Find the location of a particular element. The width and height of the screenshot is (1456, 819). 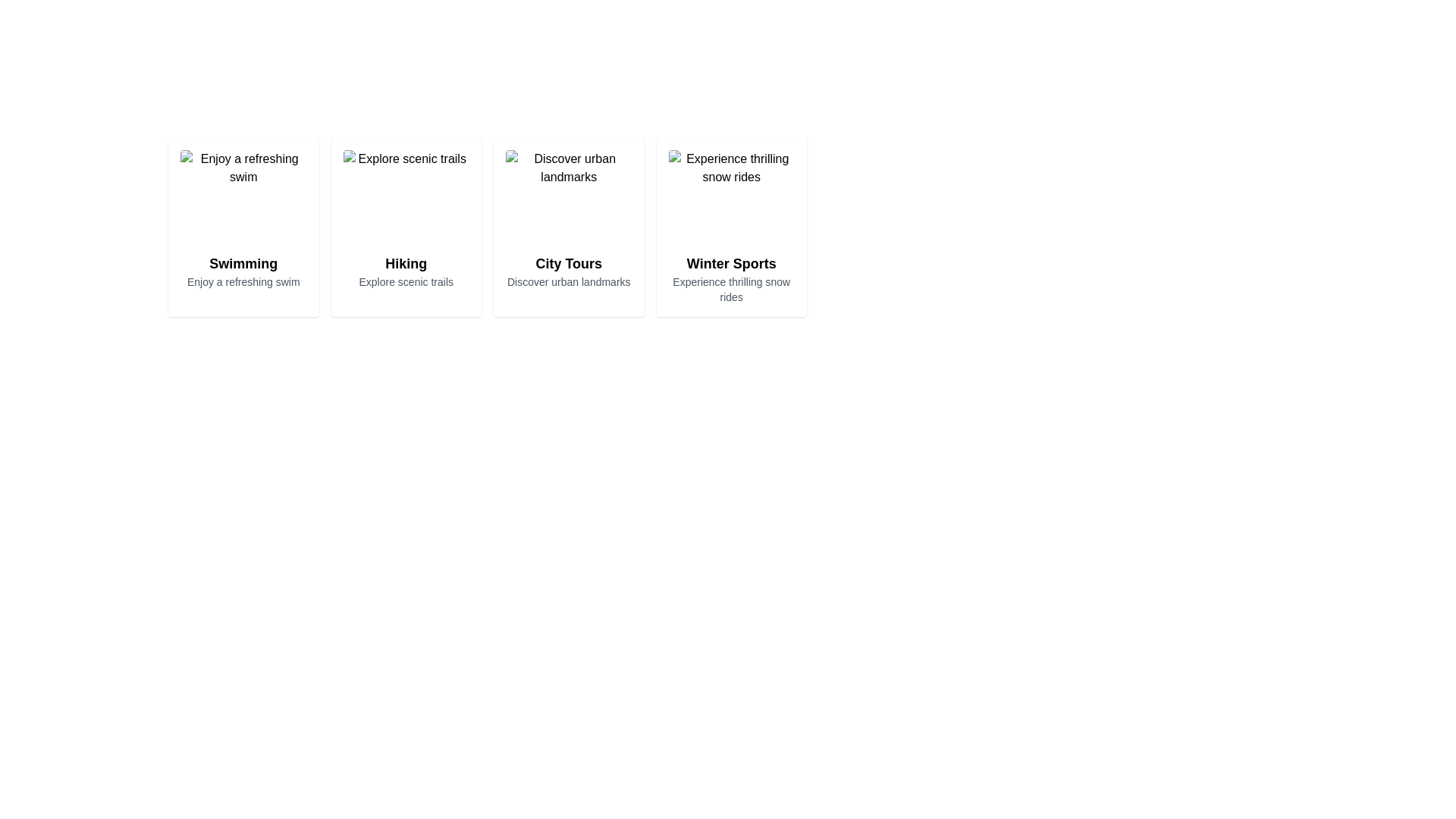

the image that represents swimming, located in the top section of the first card in a horizontally aligned grid, above the title 'Swimming' is located at coordinates (243, 198).